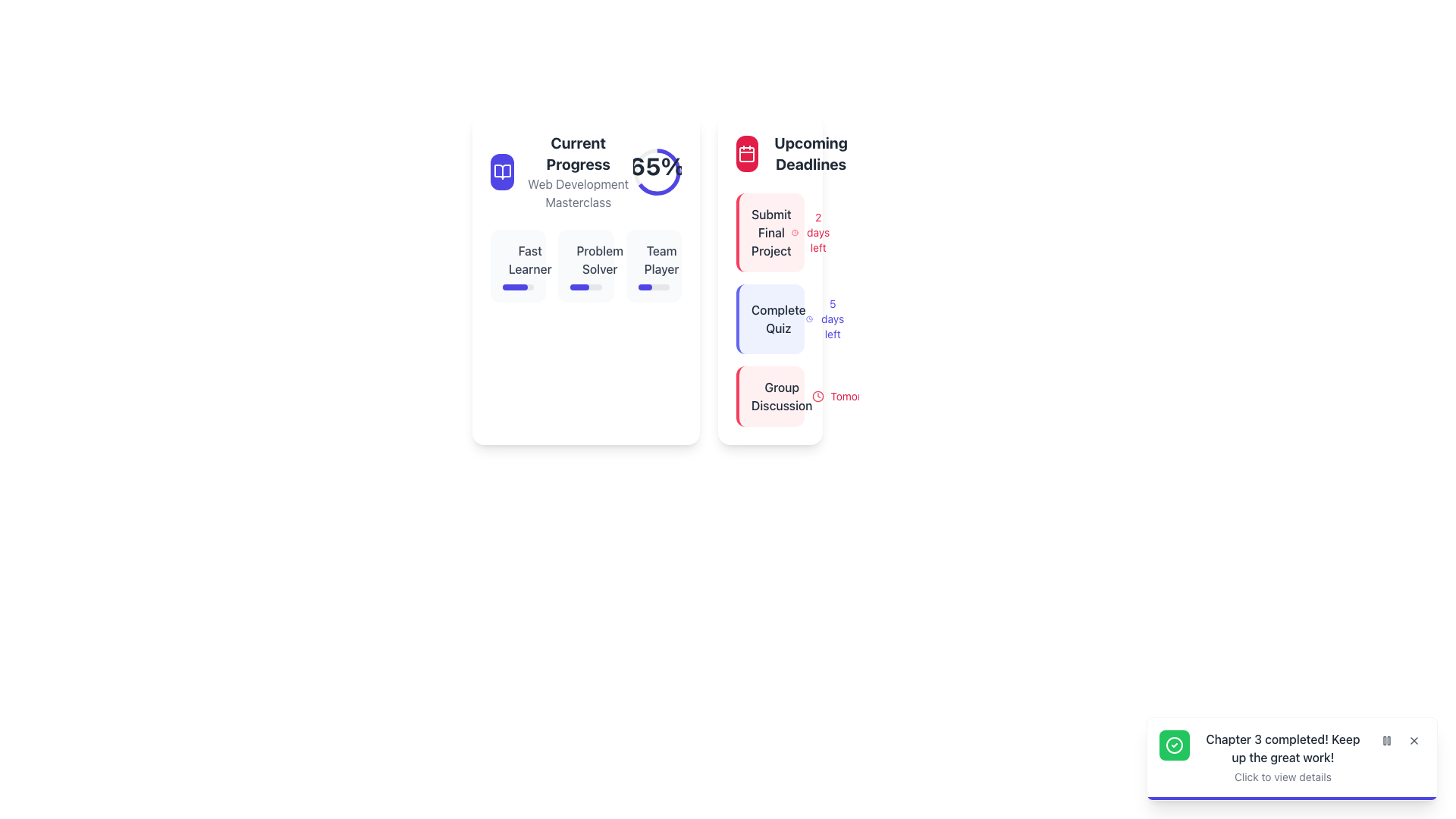 The image size is (1456, 819). I want to click on the decorative background element inside the calendar icon located at the top left of the 'Upcoming Deadlines' section, so click(747, 155).